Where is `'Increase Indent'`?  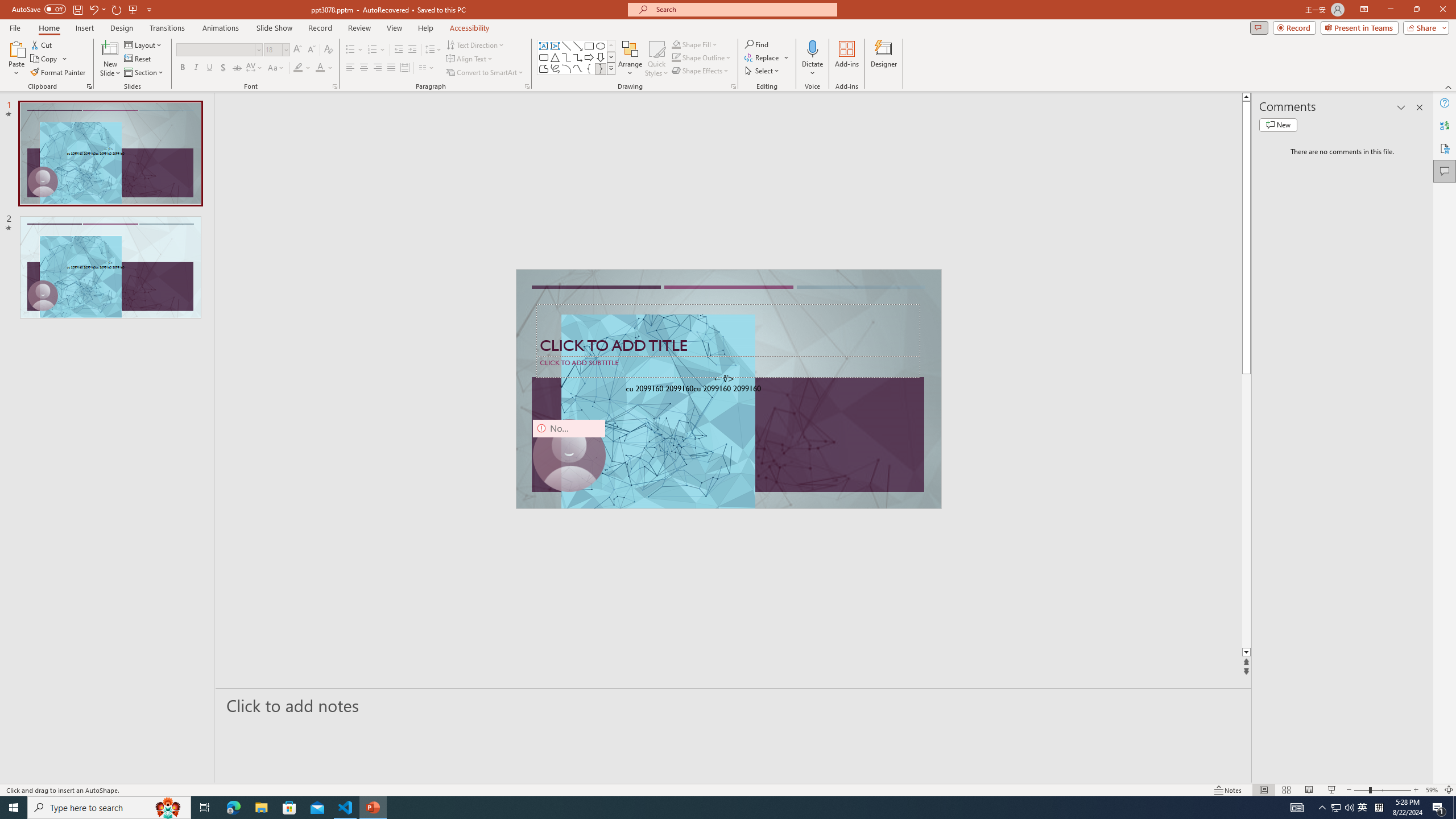 'Increase Indent' is located at coordinates (412, 49).